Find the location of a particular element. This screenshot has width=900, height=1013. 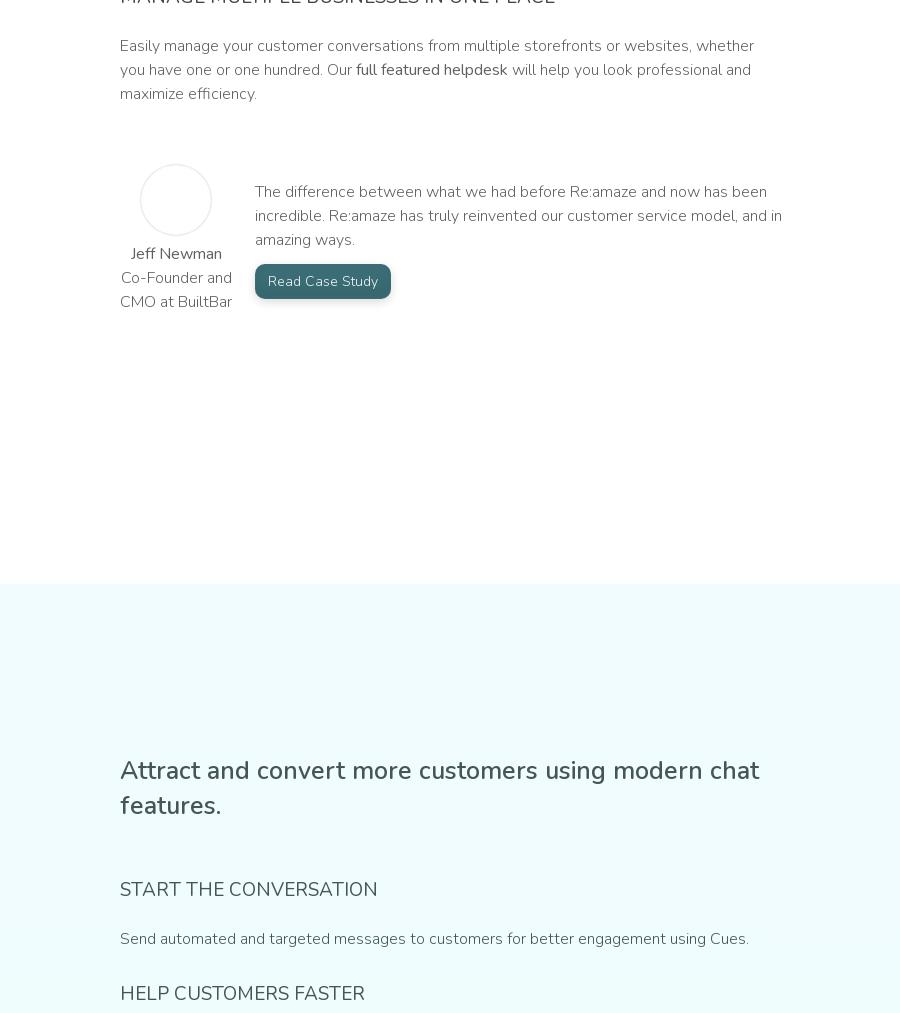

'Co-Founder and' is located at coordinates (119, 275).